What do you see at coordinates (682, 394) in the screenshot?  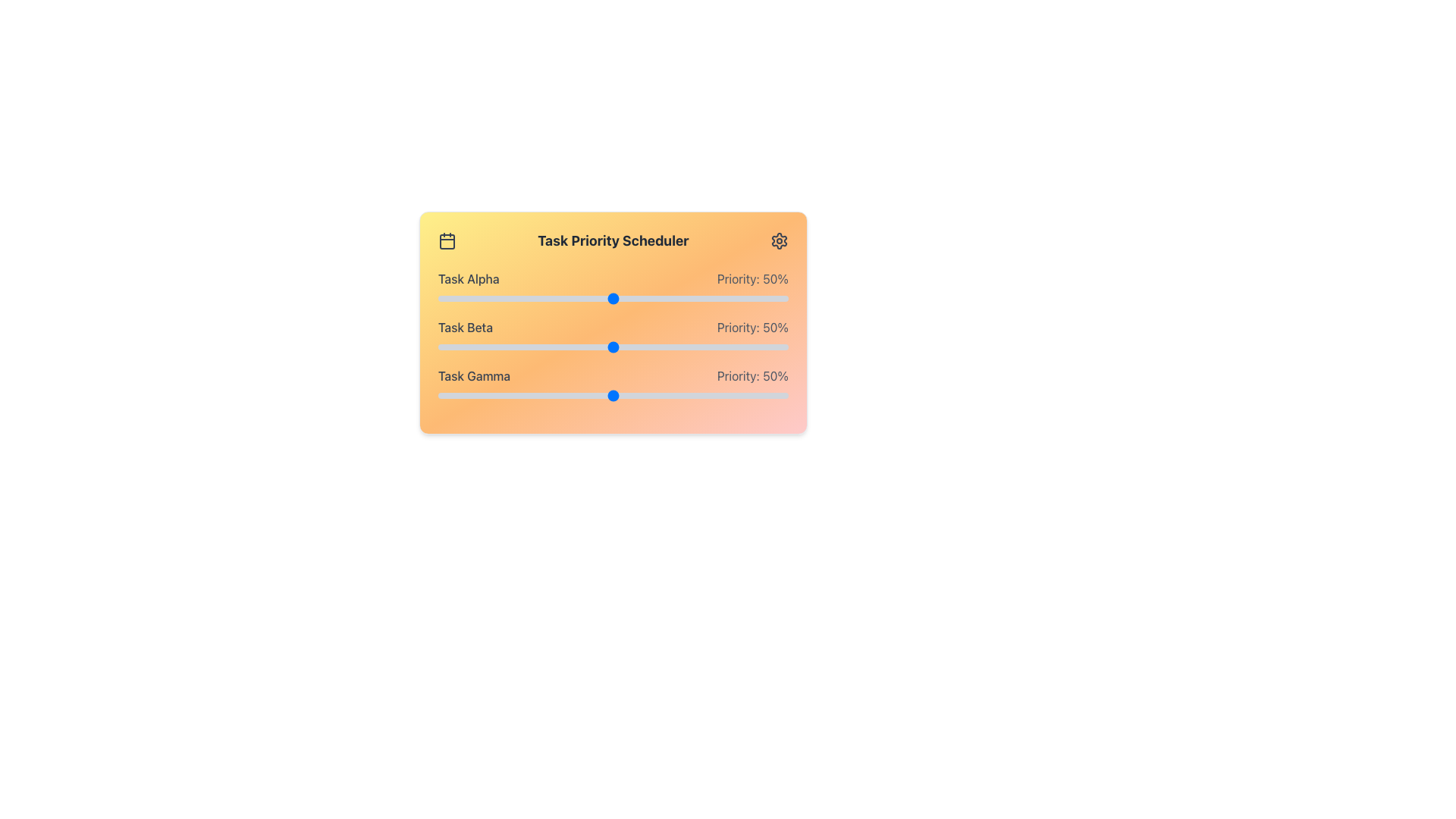 I see `task priority` at bounding box center [682, 394].